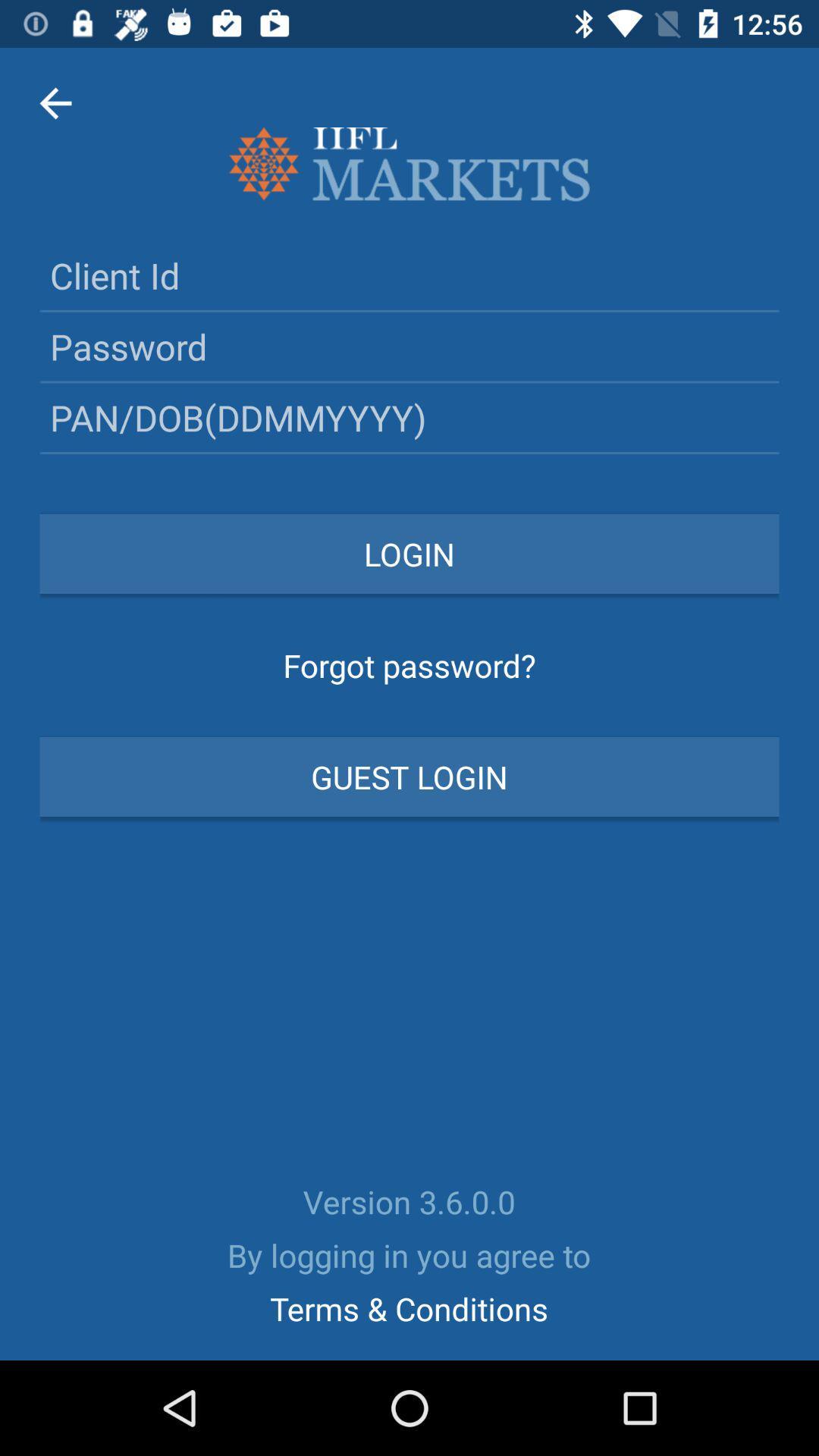 Image resolution: width=819 pixels, height=1456 pixels. What do you see at coordinates (409, 417) in the screenshot?
I see `pan date of birth` at bounding box center [409, 417].